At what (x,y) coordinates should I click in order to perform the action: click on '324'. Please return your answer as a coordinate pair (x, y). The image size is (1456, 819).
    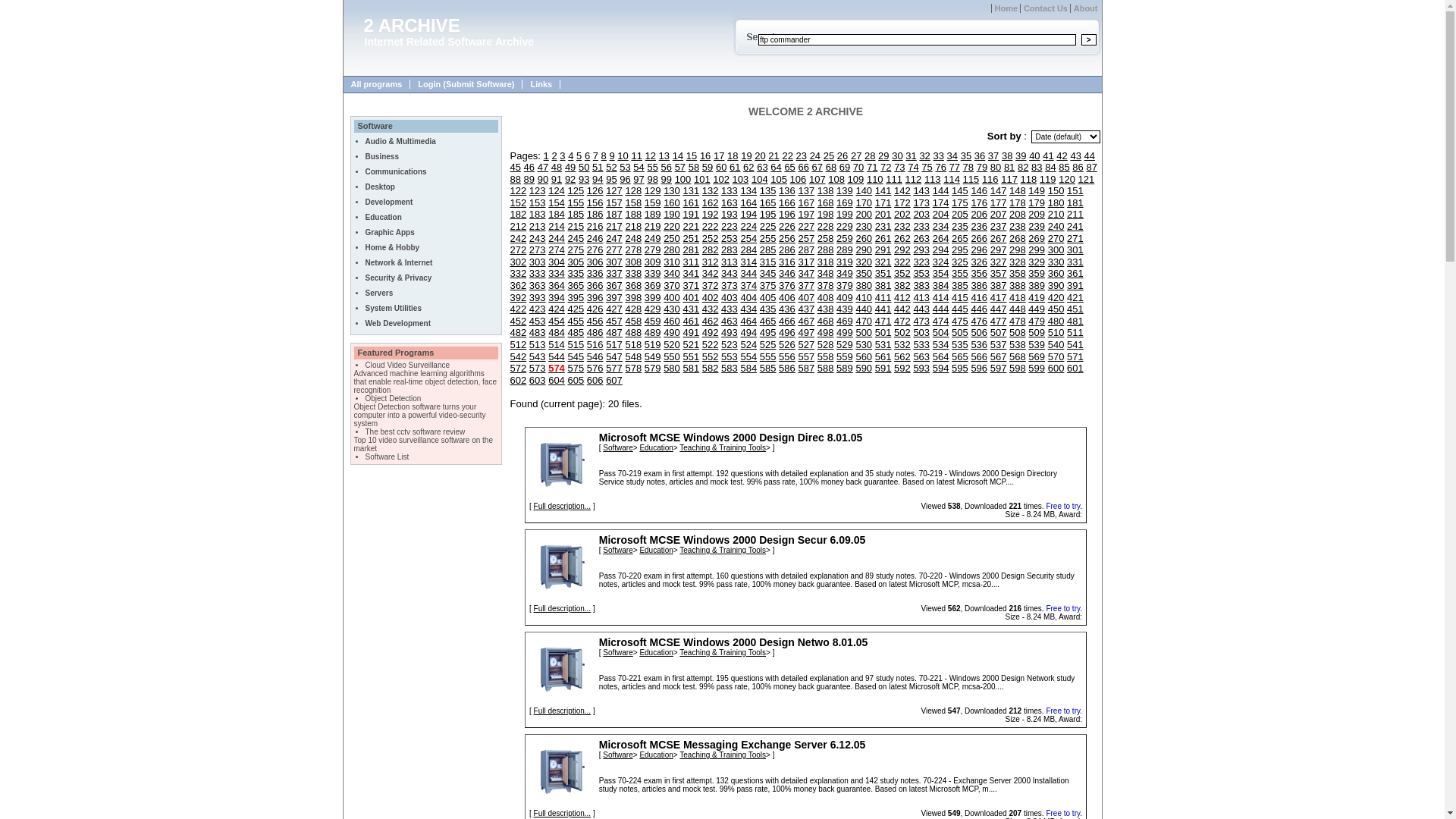
    Looking at the image, I should click on (931, 261).